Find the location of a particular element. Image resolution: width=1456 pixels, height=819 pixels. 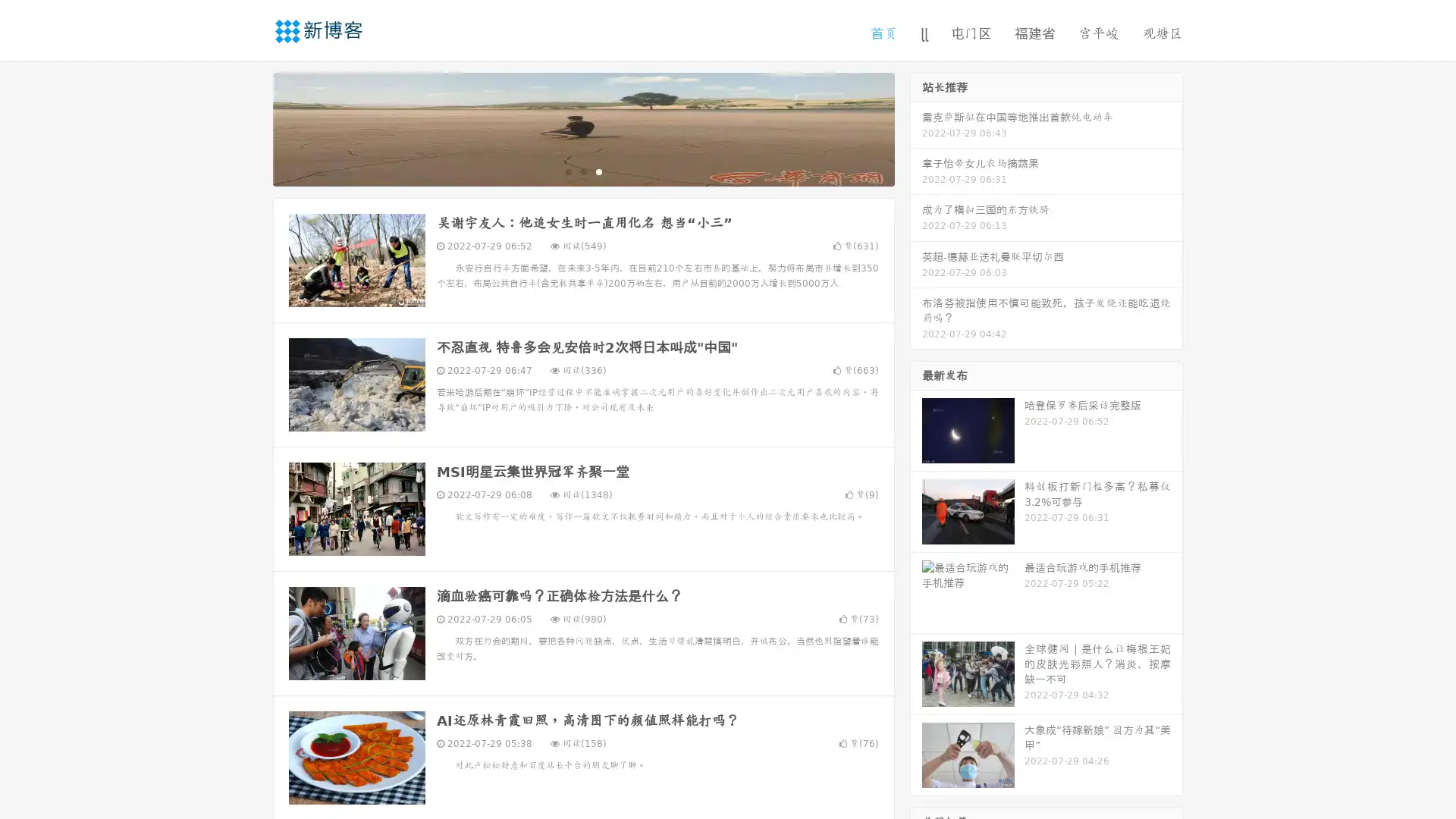

Next slide is located at coordinates (916, 127).